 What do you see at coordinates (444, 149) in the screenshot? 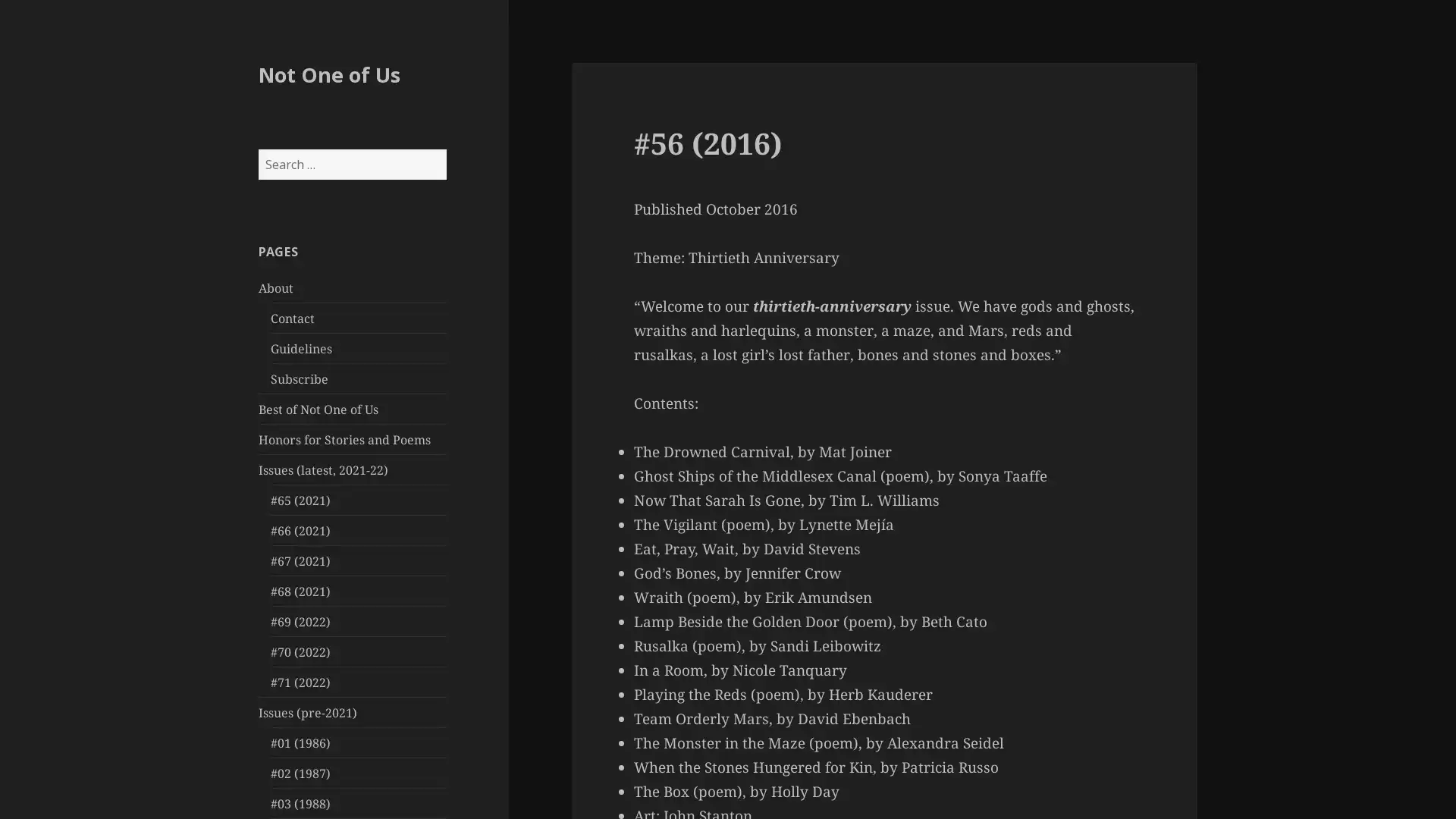
I see `Search` at bounding box center [444, 149].